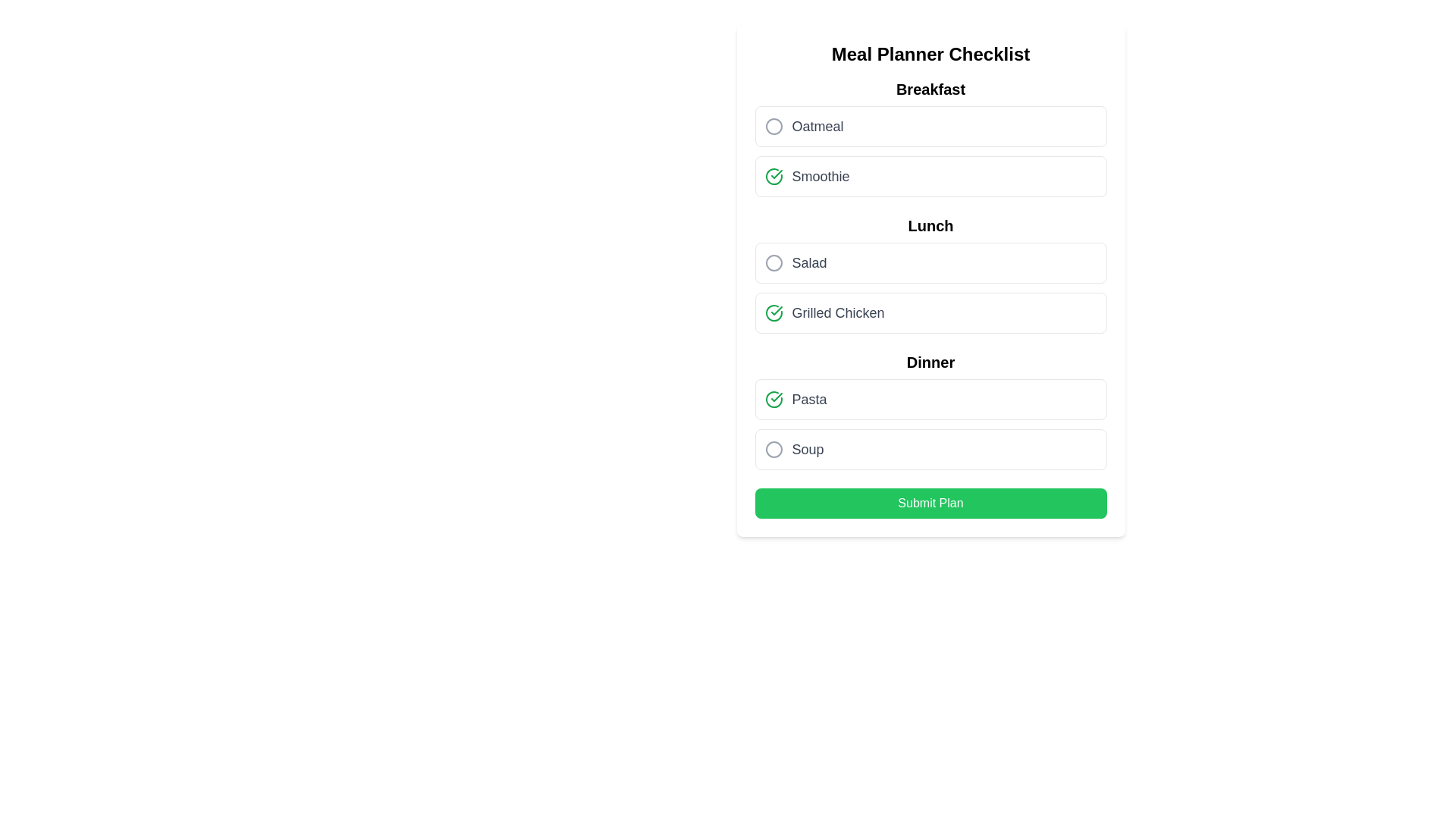 This screenshot has height=819, width=1456. Describe the element at coordinates (773, 262) in the screenshot. I see `the first circular icon outlined in gray within the 'Salad' group under the 'Lunch' section in the meal checklist UI` at that location.